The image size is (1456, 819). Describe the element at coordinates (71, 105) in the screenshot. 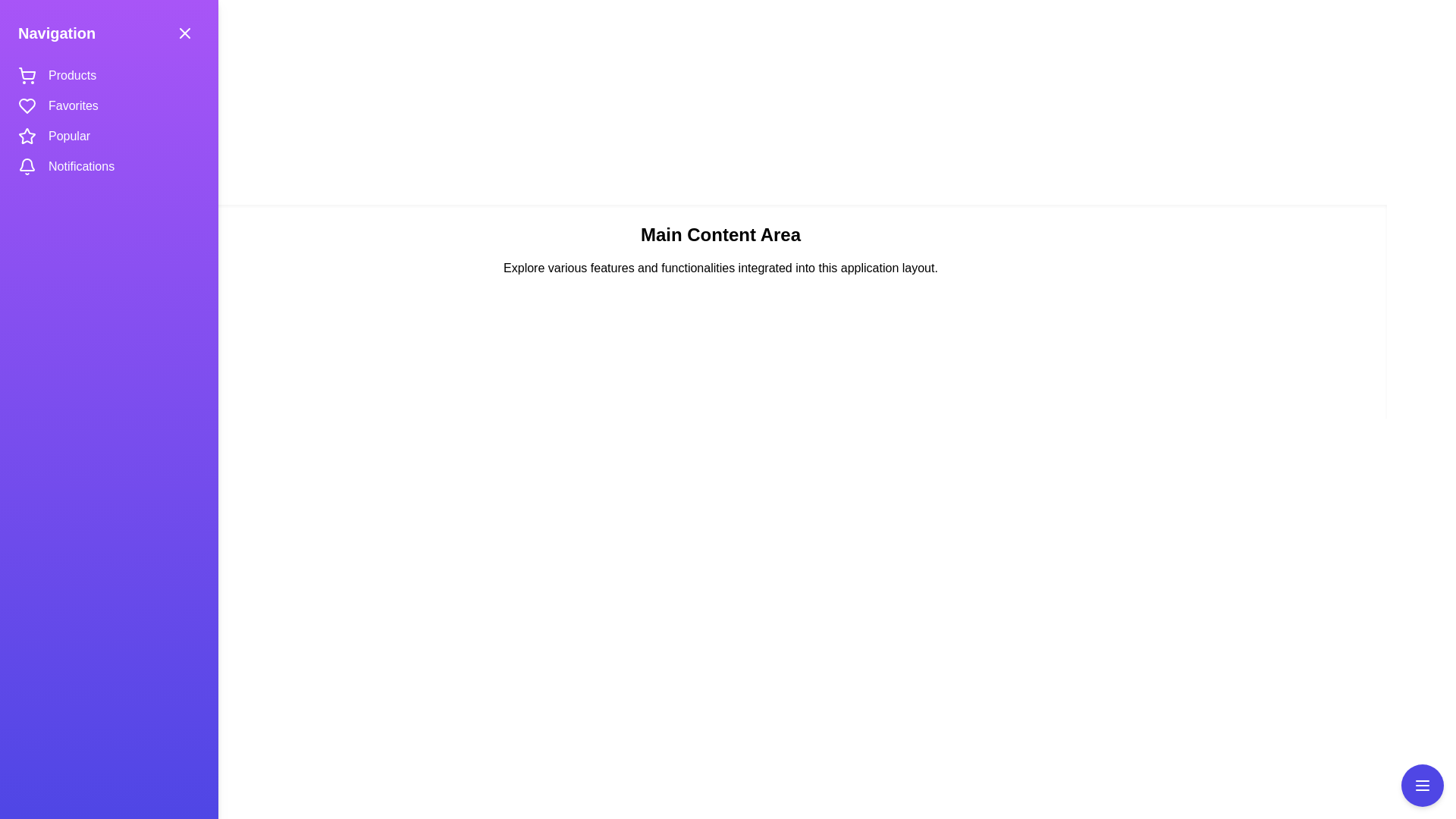

I see `the navigation item Favorites to navigate to the corresponding section` at that location.